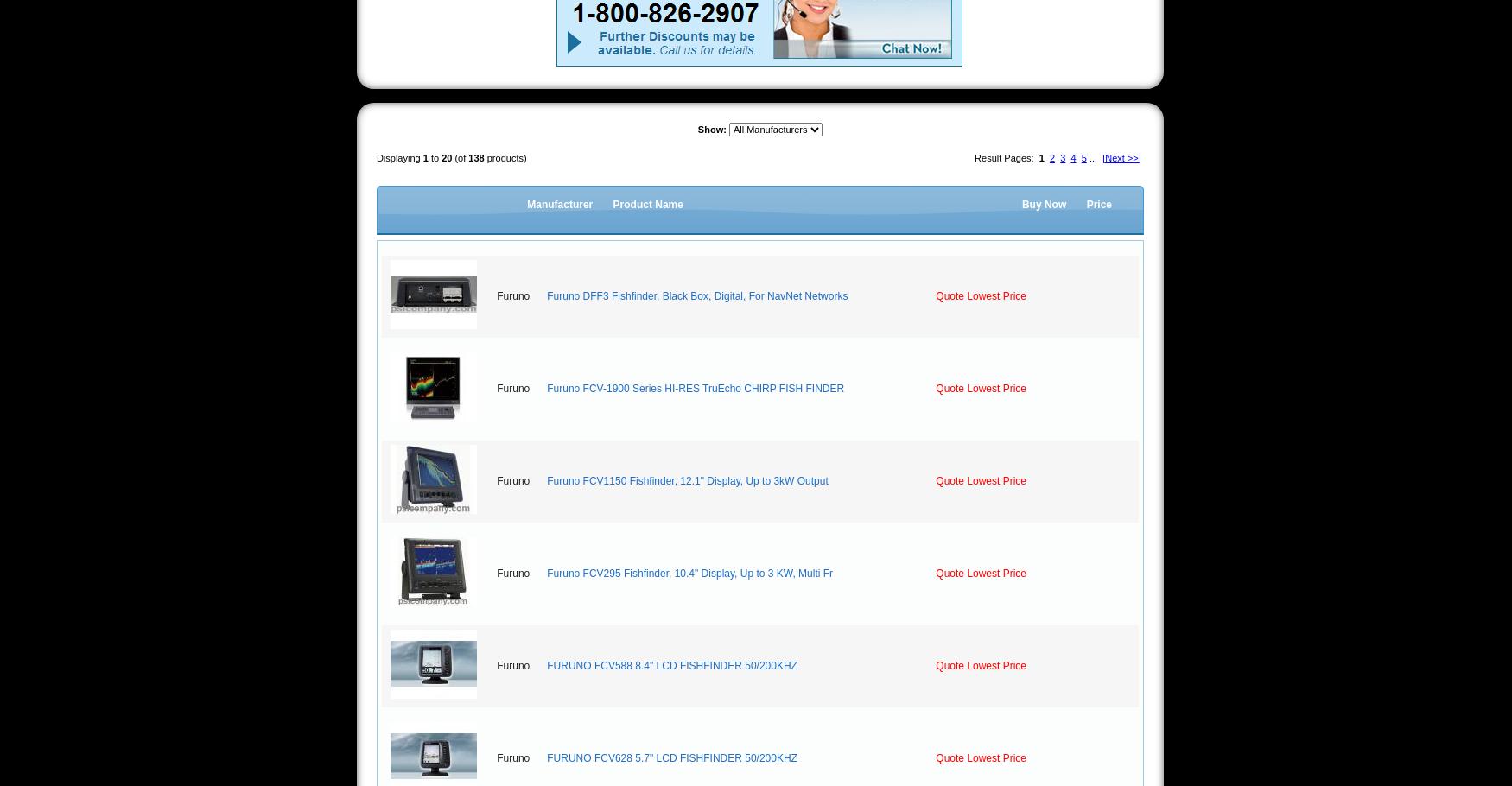  I want to click on '[Next >>]', so click(1120, 157).